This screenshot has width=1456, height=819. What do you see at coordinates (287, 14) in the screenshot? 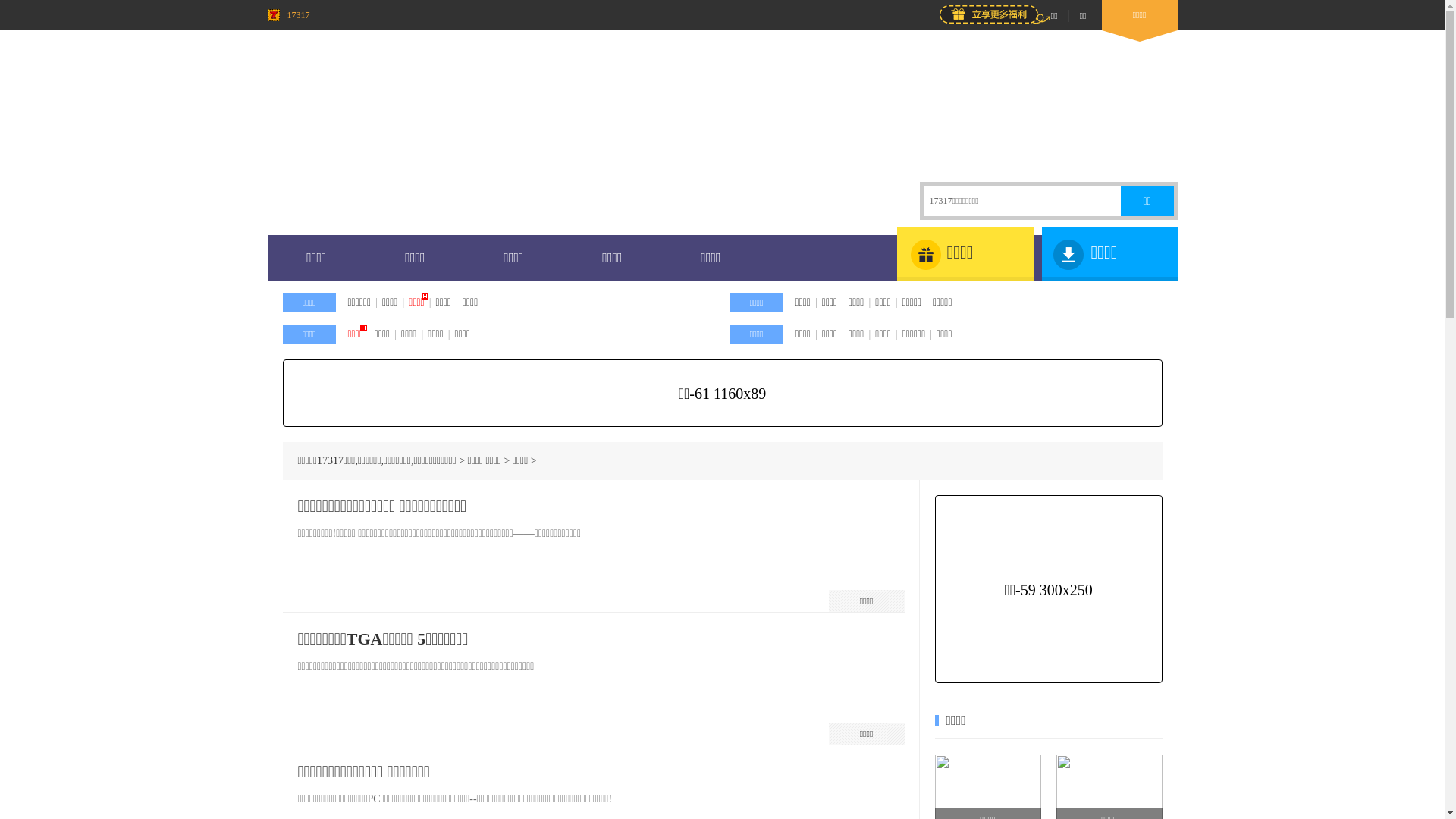
I see `'17317'` at bounding box center [287, 14].